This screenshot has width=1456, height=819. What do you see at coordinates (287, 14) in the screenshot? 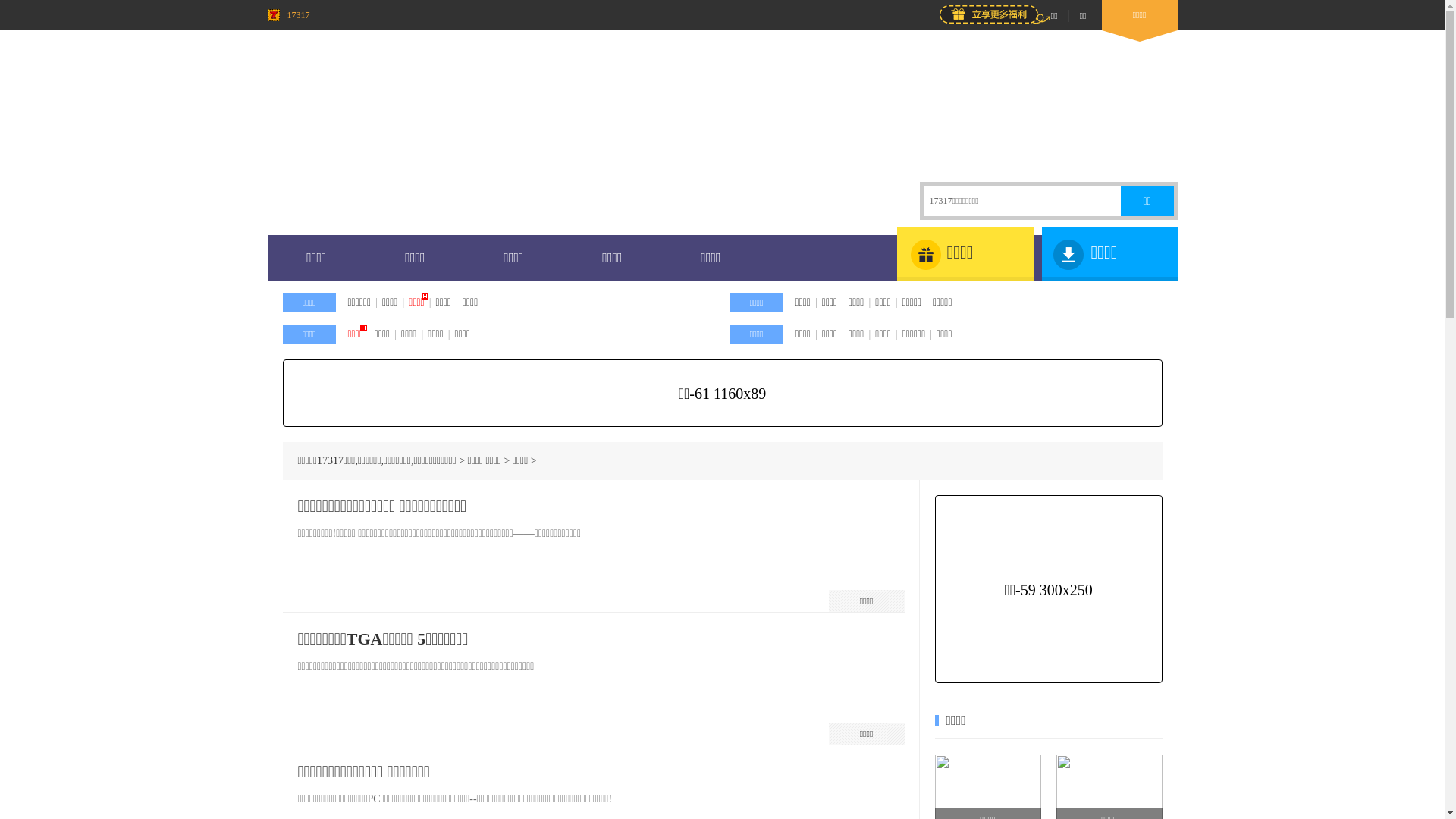
I see `'17317'` at bounding box center [287, 14].